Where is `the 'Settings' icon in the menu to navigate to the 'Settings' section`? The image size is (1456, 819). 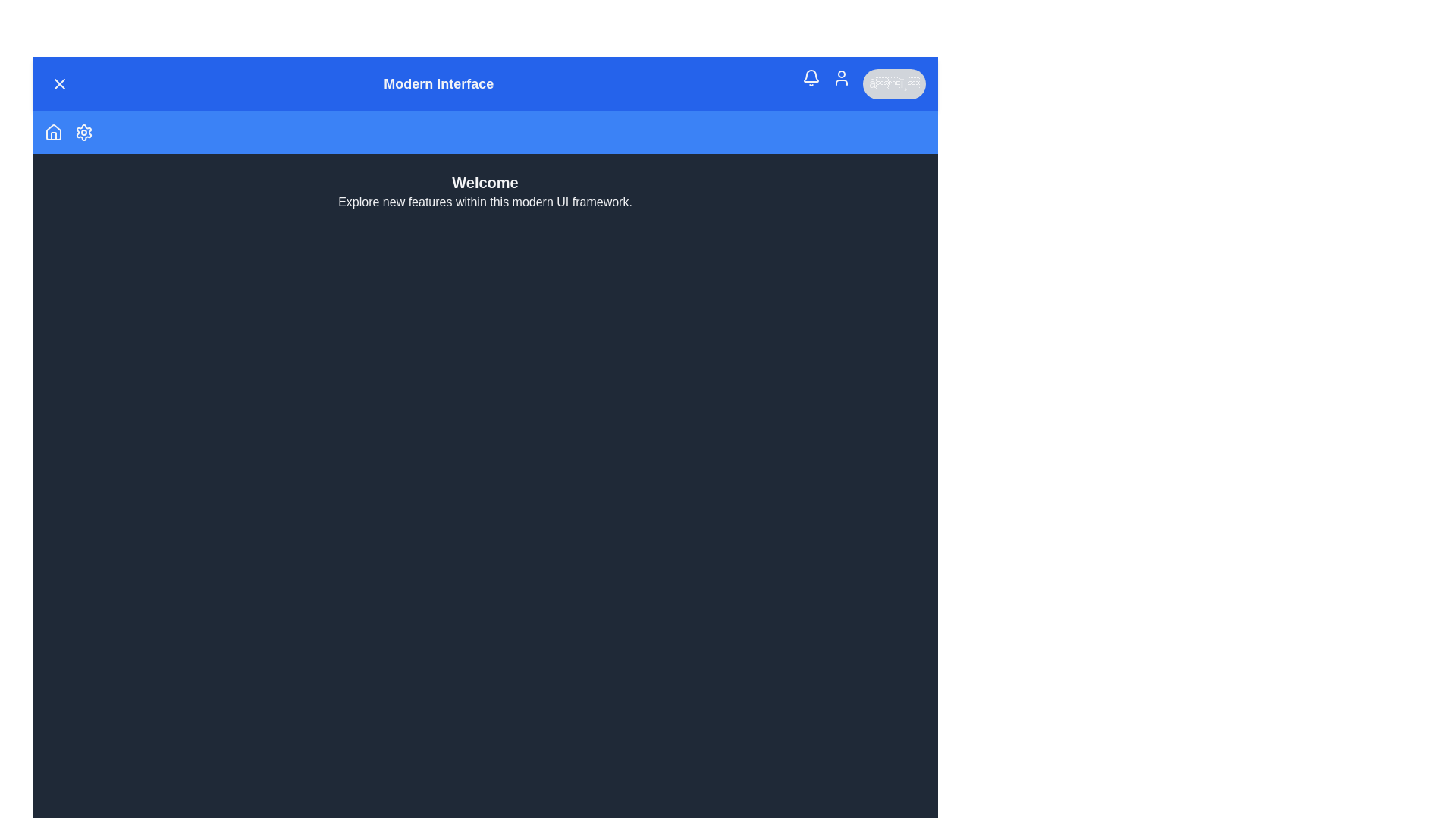
the 'Settings' icon in the menu to navigate to the 'Settings' section is located at coordinates (83, 131).